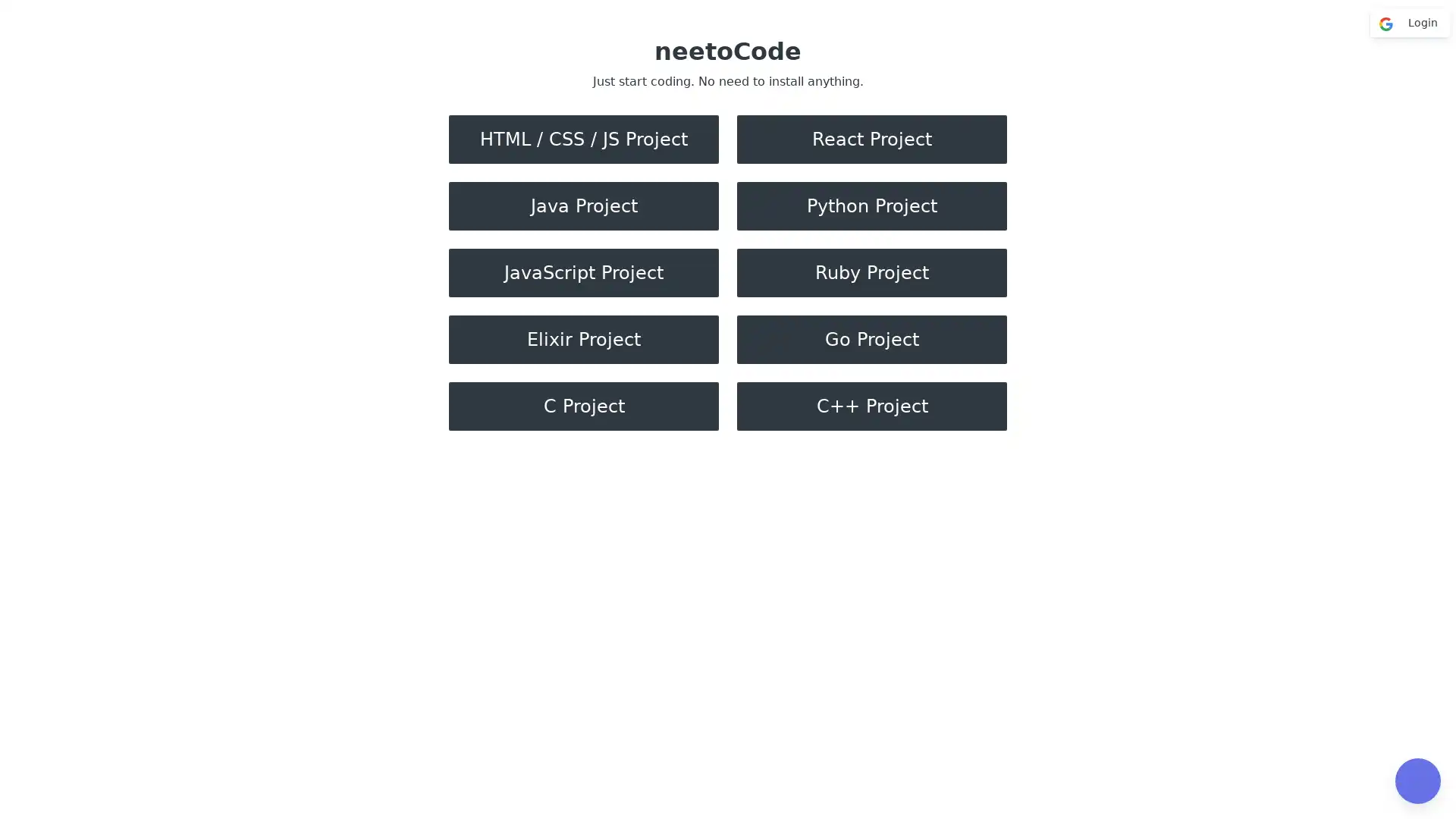  What do you see at coordinates (582, 406) in the screenshot?
I see `C Project` at bounding box center [582, 406].